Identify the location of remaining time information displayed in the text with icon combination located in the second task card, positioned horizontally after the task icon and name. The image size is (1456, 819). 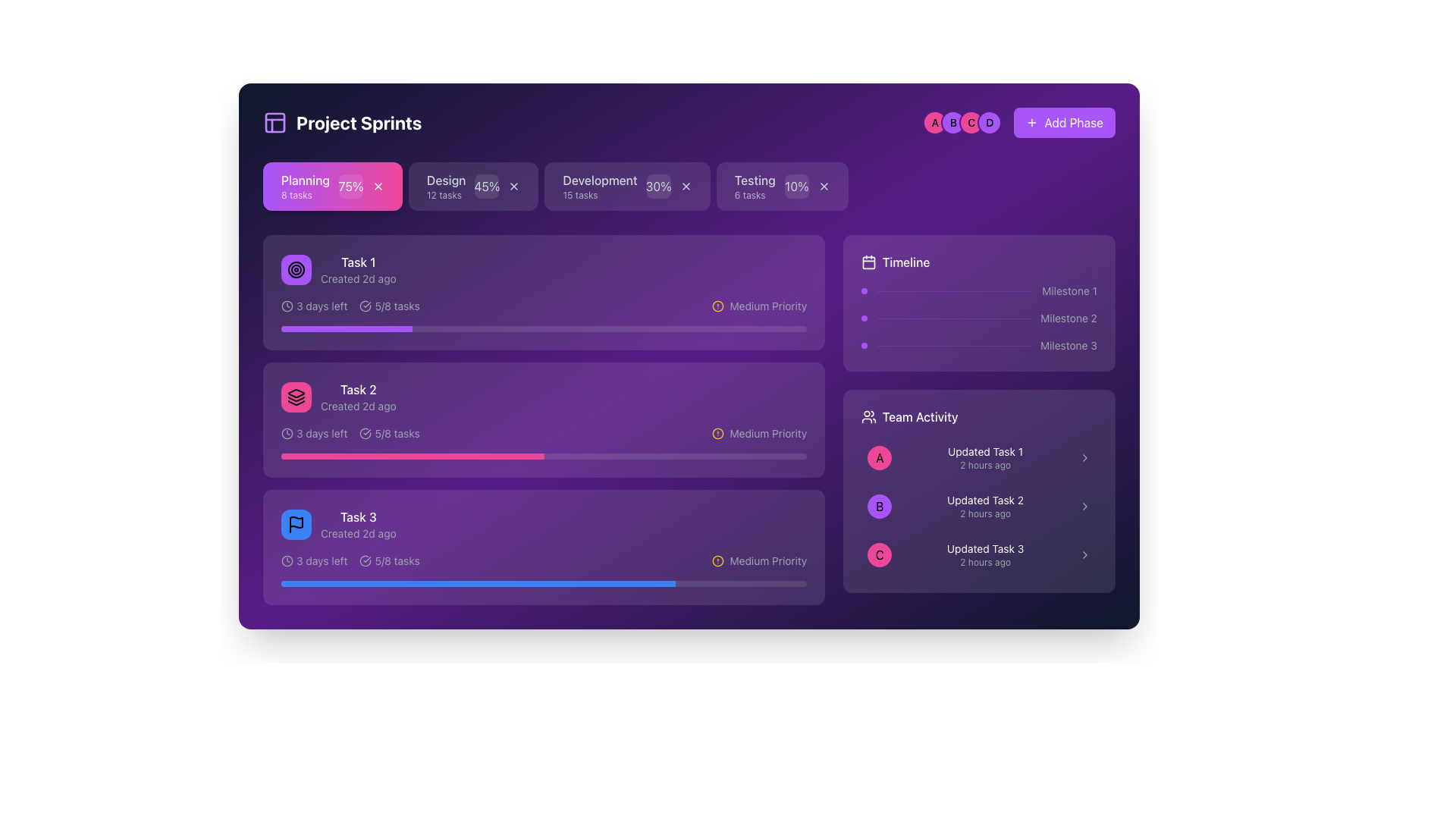
(313, 433).